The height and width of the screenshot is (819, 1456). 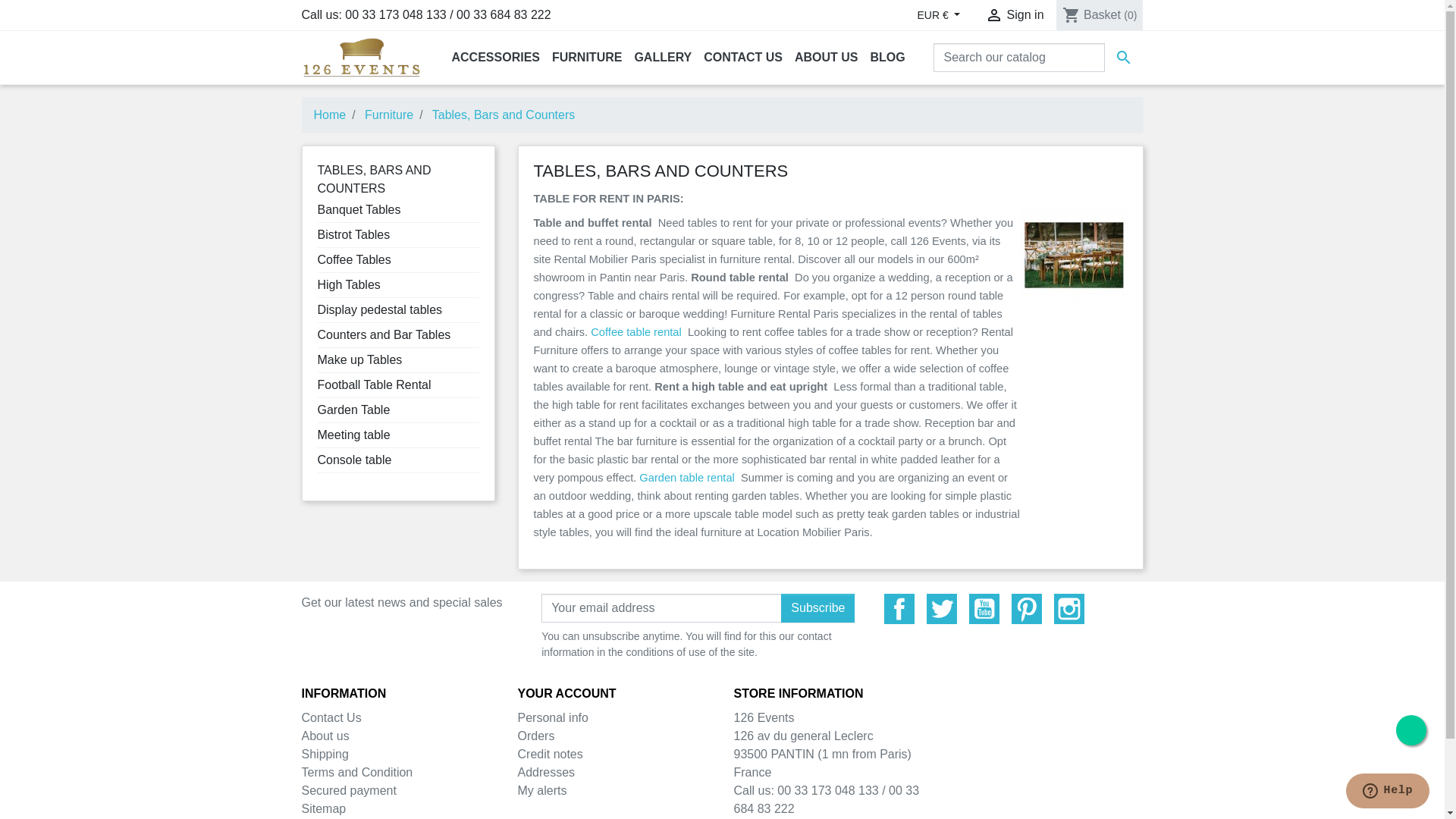 What do you see at coordinates (888, 57) in the screenshot?
I see `'BLOG'` at bounding box center [888, 57].